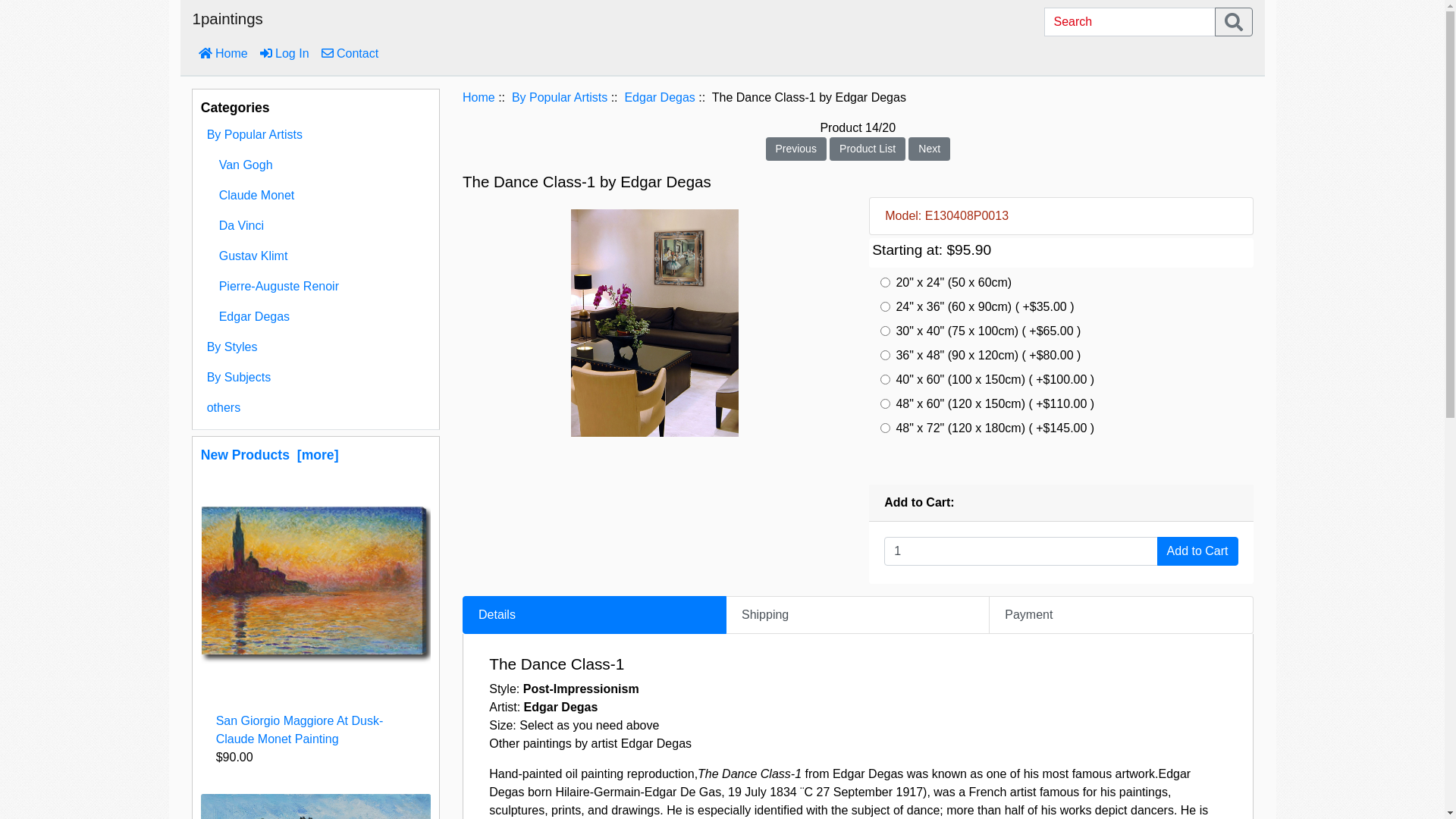 The height and width of the screenshot is (819, 1456). What do you see at coordinates (928, 147) in the screenshot?
I see `' Next '` at bounding box center [928, 147].